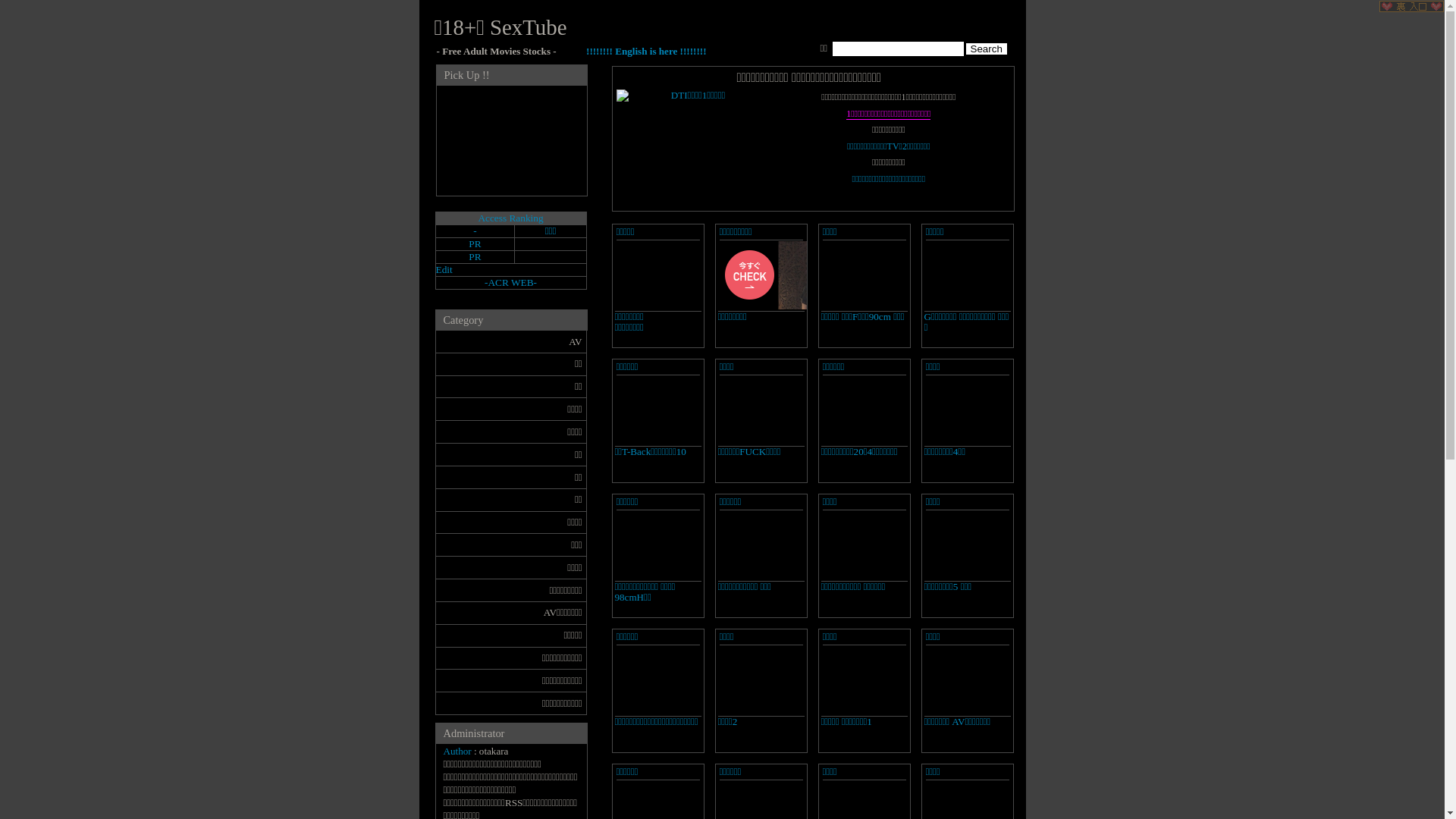  I want to click on '!!!!!!!! English is here !!!!!!!!', so click(585, 50).